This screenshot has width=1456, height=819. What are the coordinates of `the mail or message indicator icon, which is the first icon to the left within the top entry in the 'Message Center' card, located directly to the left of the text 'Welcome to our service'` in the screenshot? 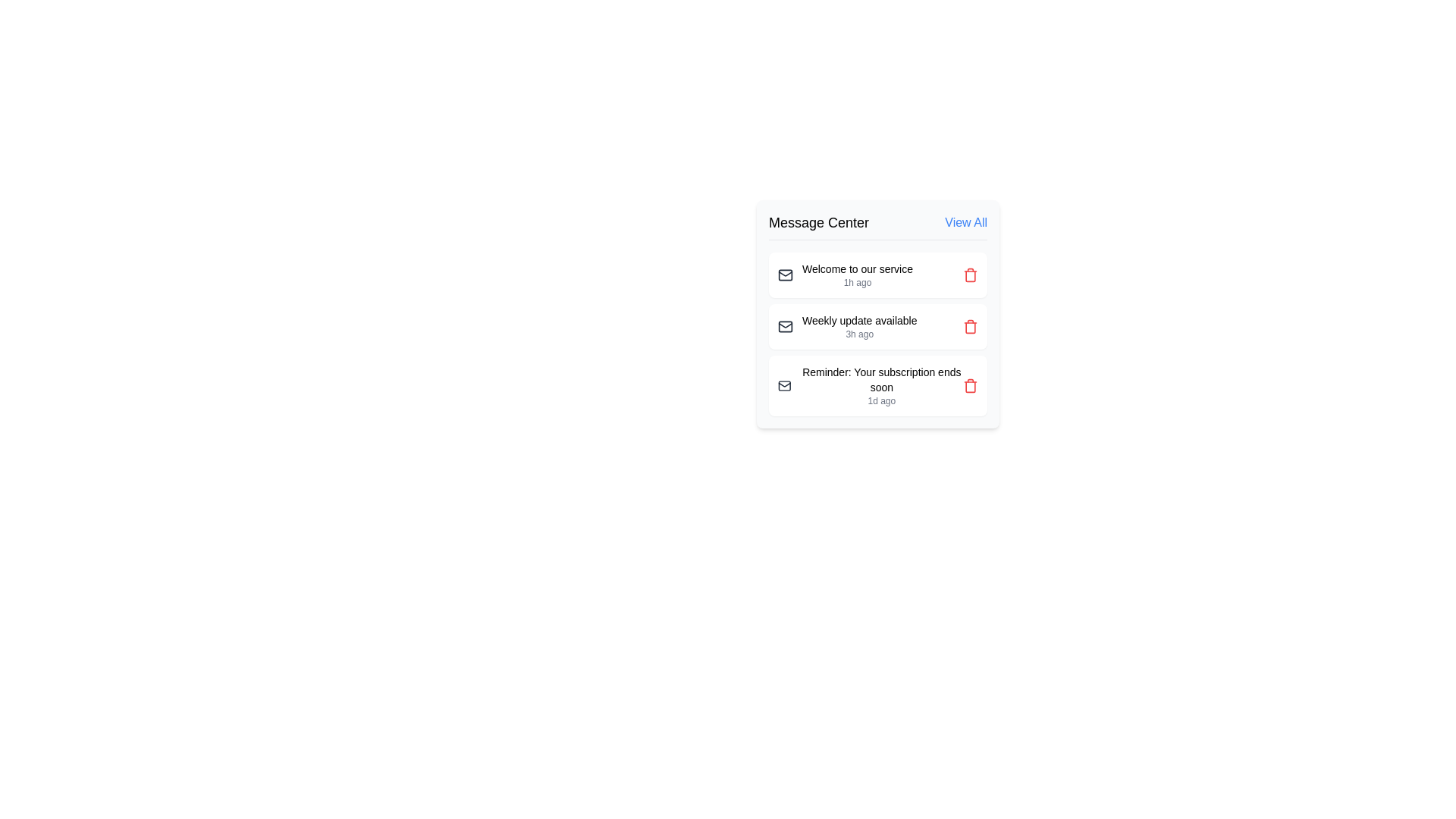 It's located at (786, 275).